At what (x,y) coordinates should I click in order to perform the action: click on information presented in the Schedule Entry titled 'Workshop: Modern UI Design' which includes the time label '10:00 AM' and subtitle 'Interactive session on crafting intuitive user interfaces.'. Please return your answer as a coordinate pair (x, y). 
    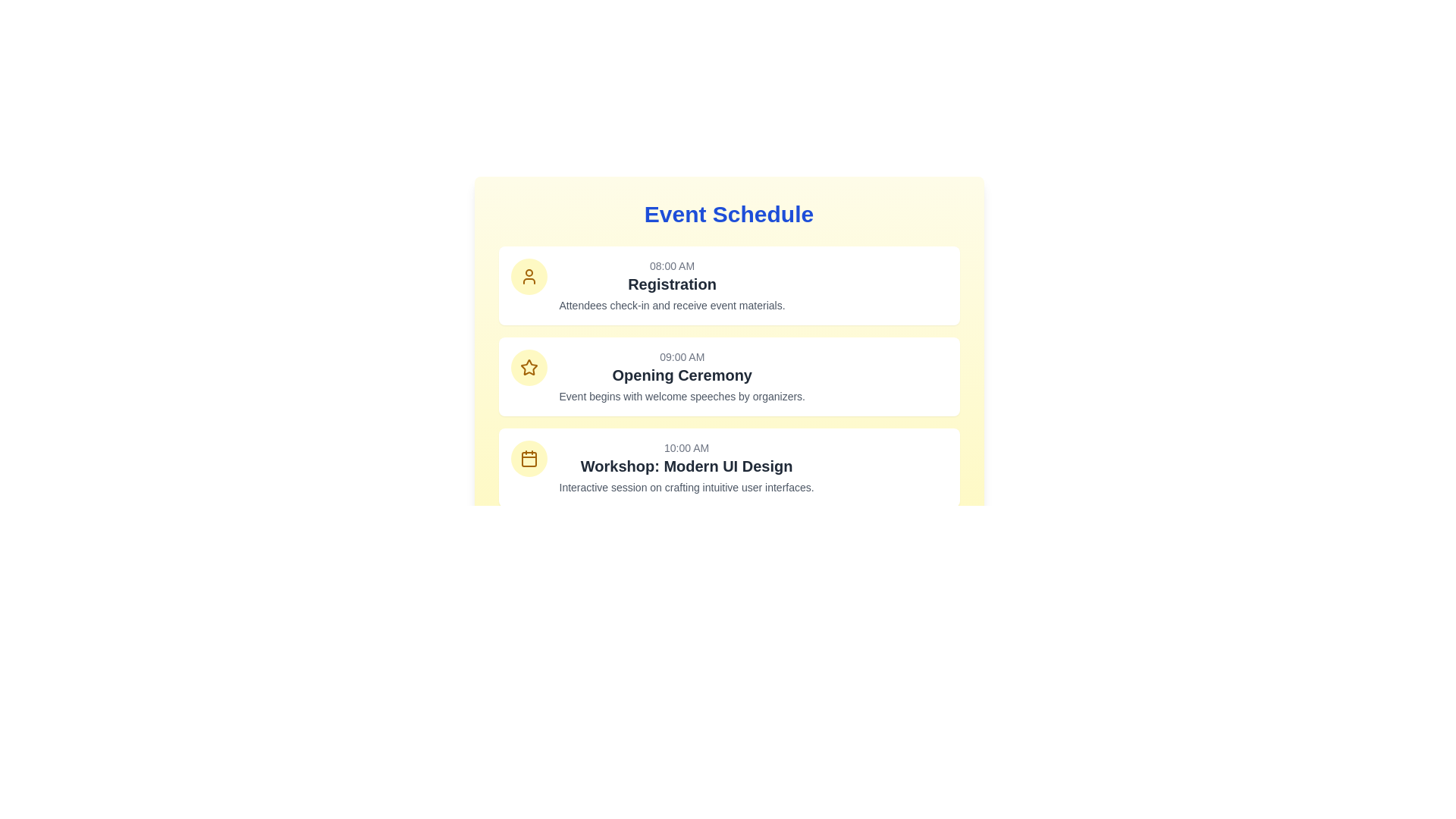
    Looking at the image, I should click on (686, 467).